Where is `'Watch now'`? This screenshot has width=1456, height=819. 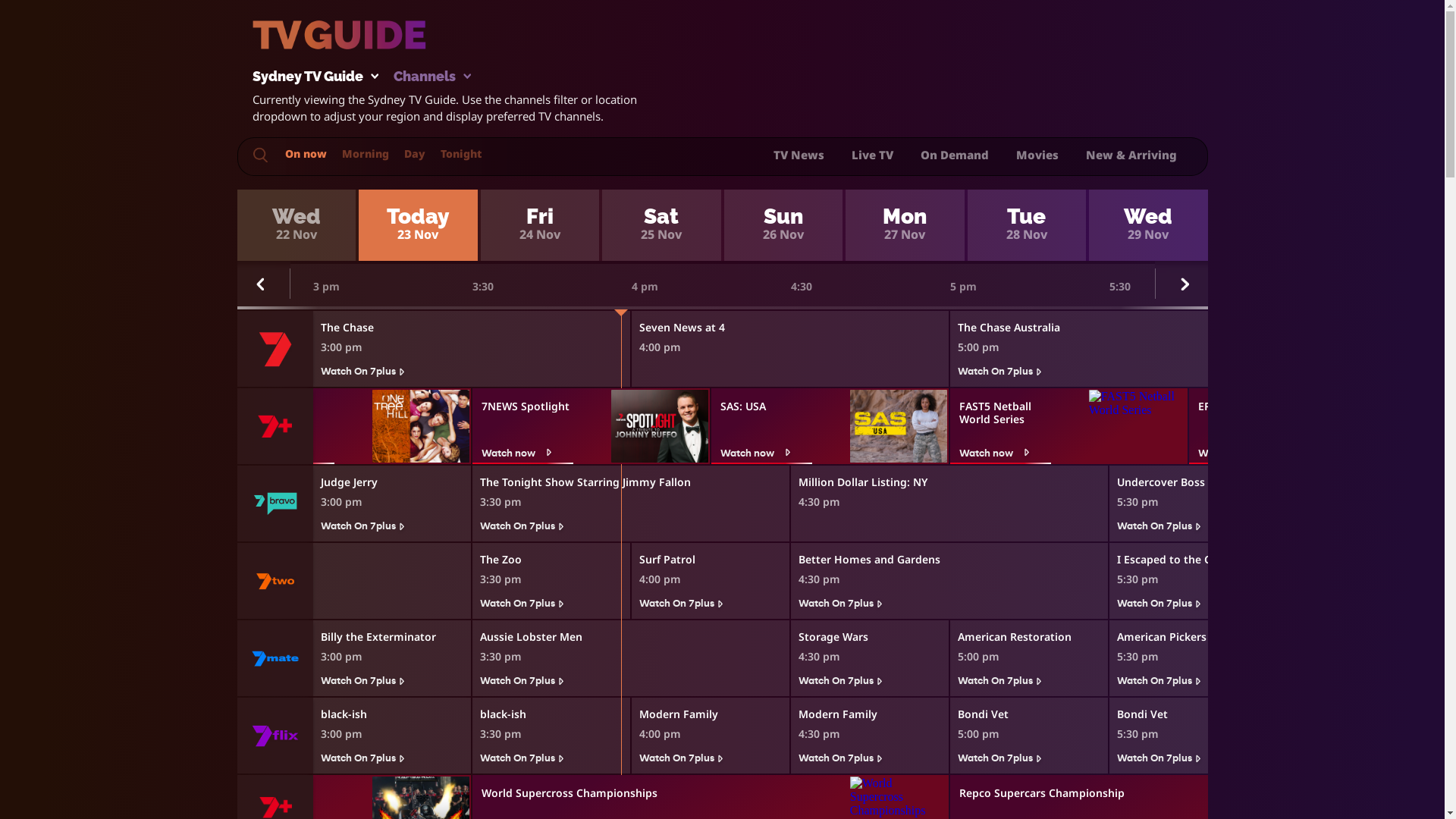
'Watch now' is located at coordinates (479, 452).